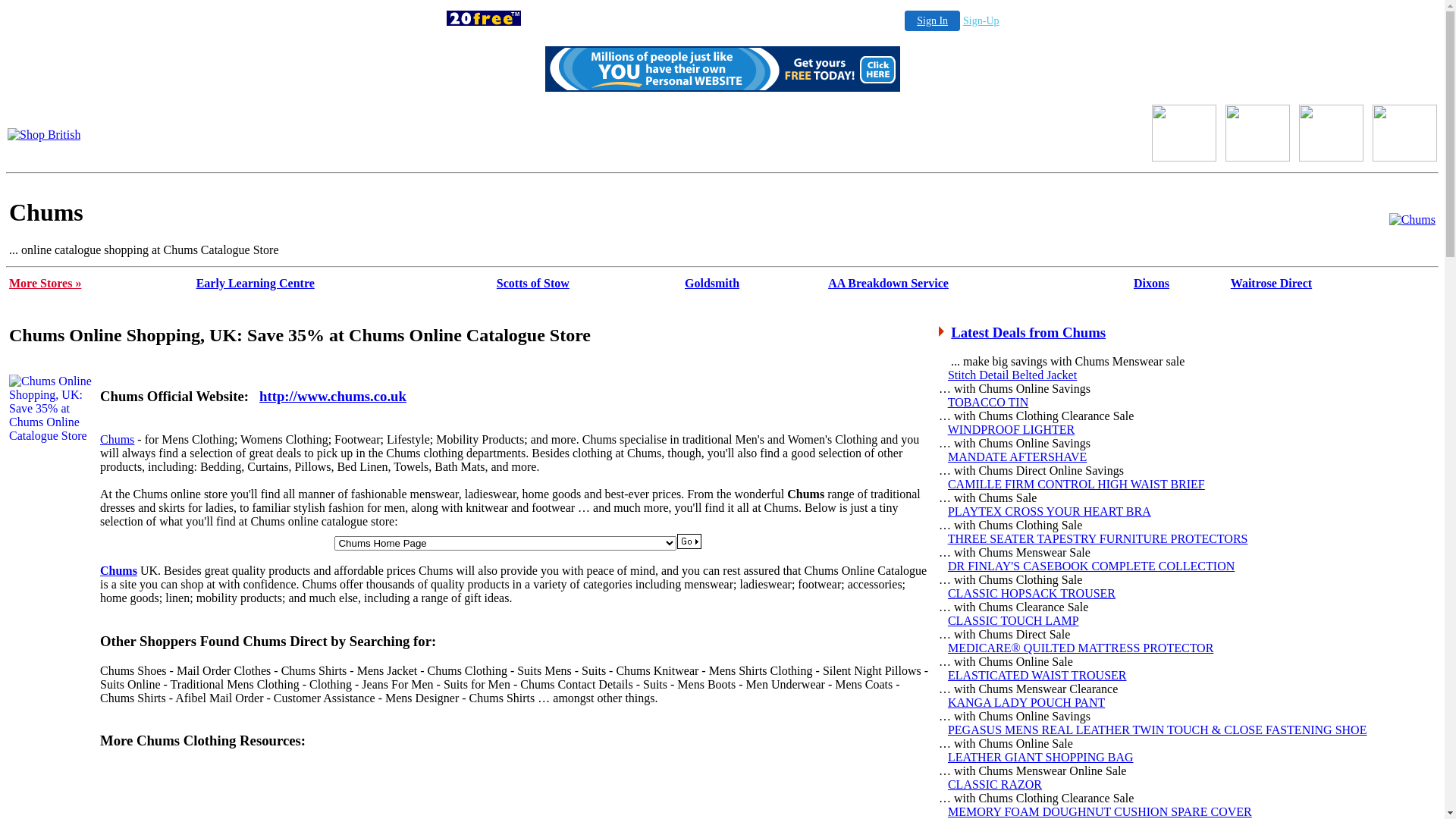 Image resolution: width=1456 pixels, height=819 pixels. What do you see at coordinates (1090, 566) in the screenshot?
I see `'DR FINLAY'S CASEBOOK COMPLETE COLLECTION'` at bounding box center [1090, 566].